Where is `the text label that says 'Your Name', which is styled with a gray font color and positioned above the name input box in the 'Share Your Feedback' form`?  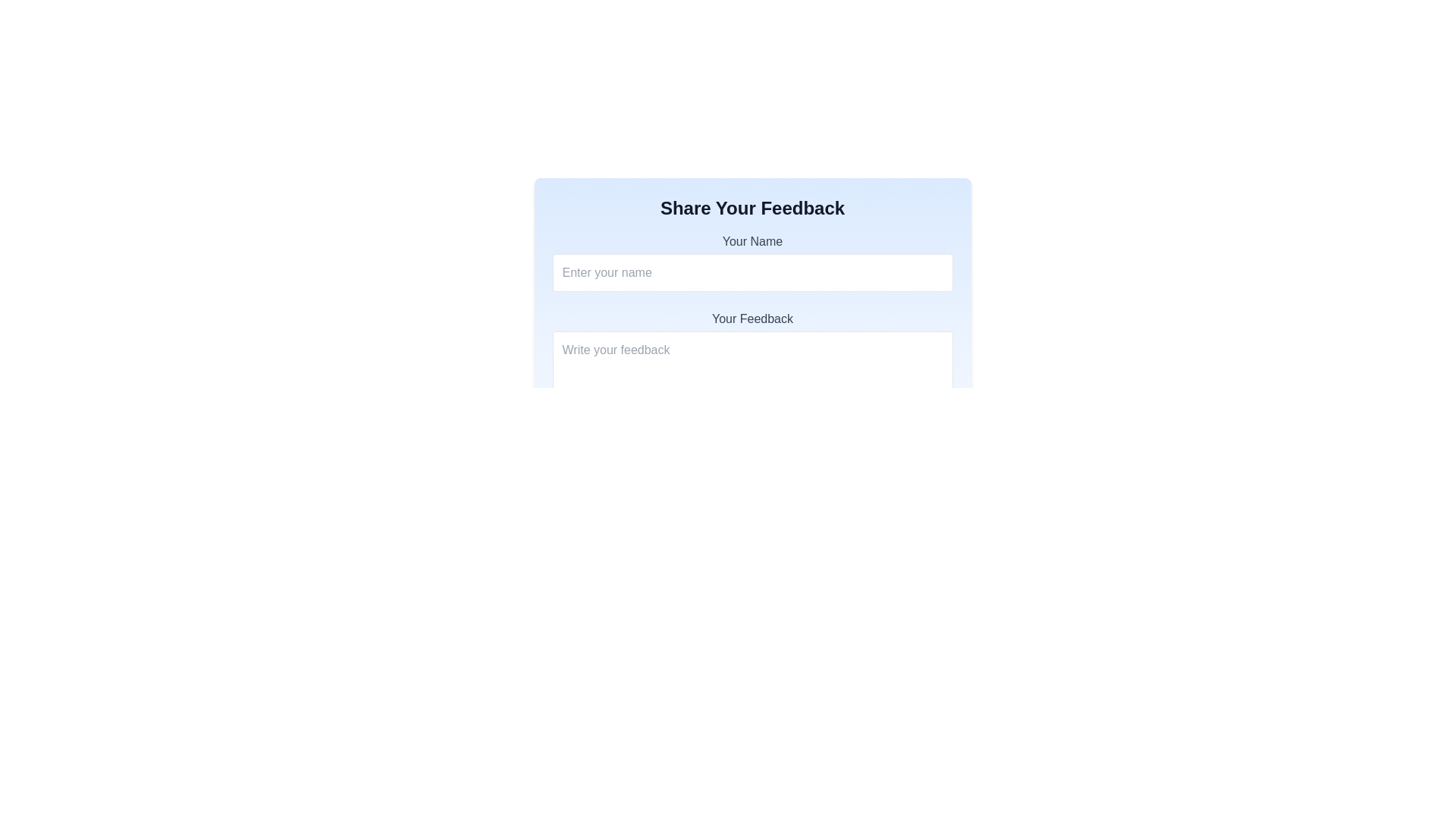
the text label that says 'Your Name', which is styled with a gray font color and positioned above the name input box in the 'Share Your Feedback' form is located at coordinates (752, 241).